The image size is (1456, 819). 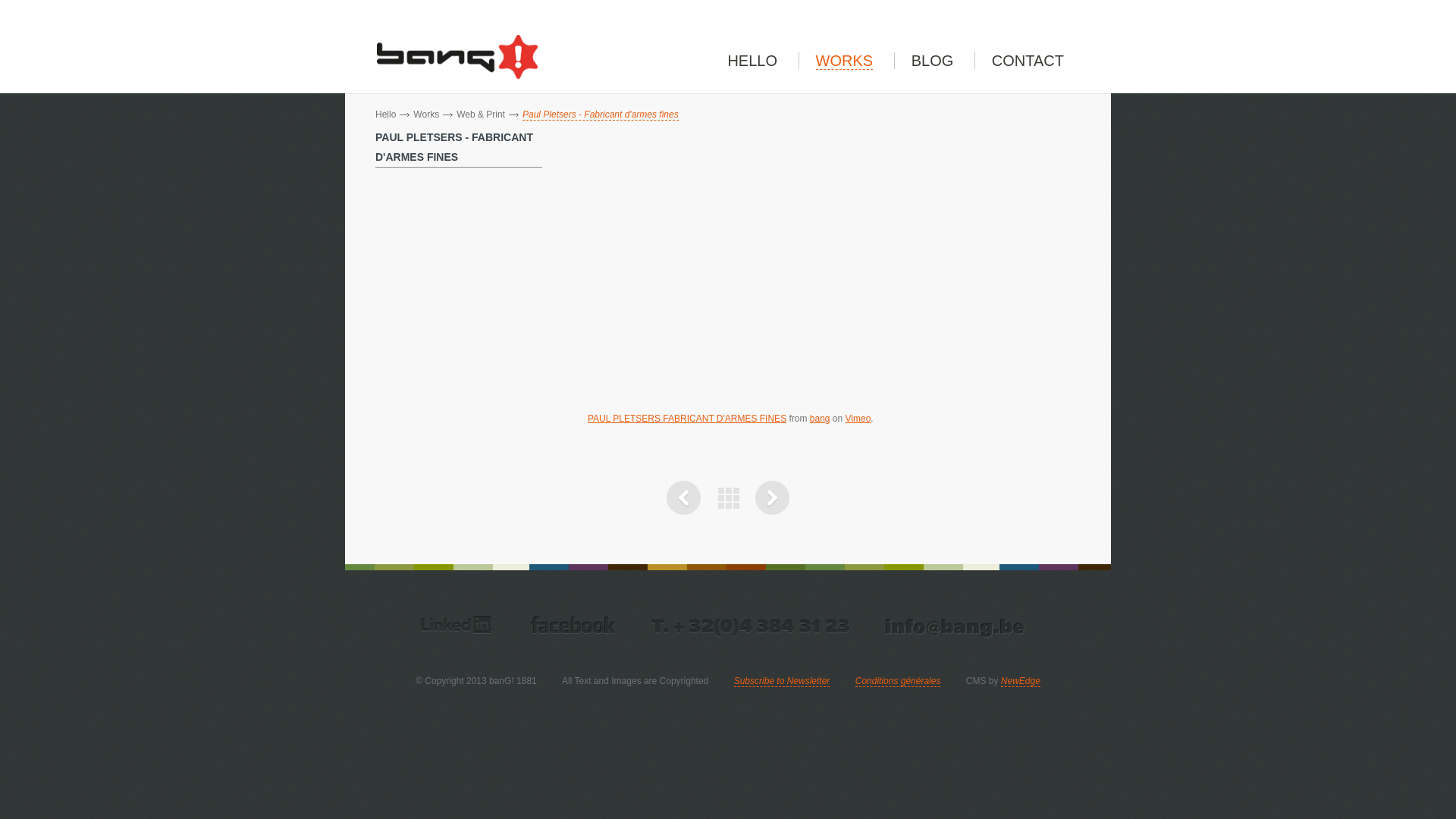 What do you see at coordinates (843, 60) in the screenshot?
I see `'WORKS'` at bounding box center [843, 60].